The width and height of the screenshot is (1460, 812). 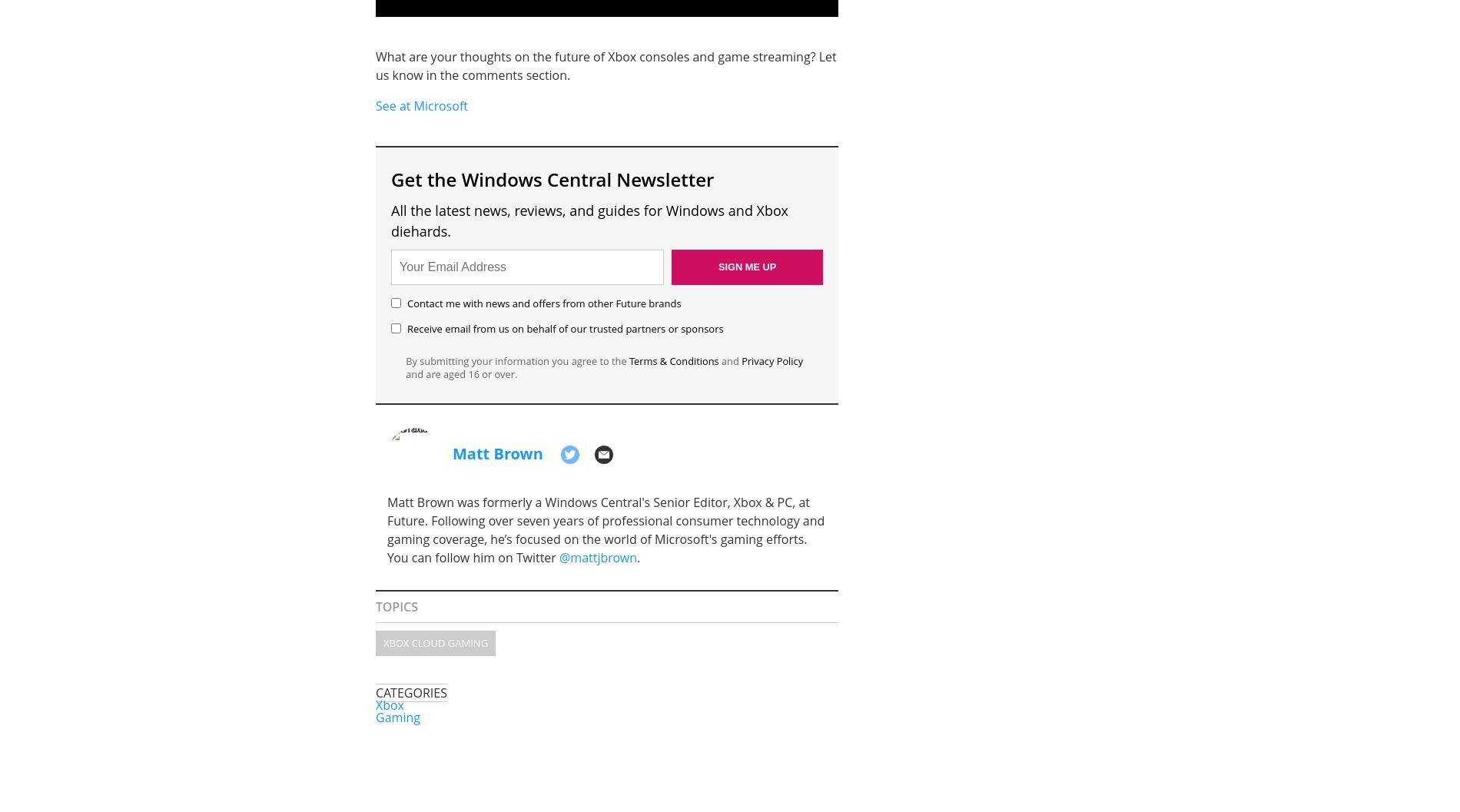 What do you see at coordinates (557, 556) in the screenshot?
I see `'@mattjbrown'` at bounding box center [557, 556].